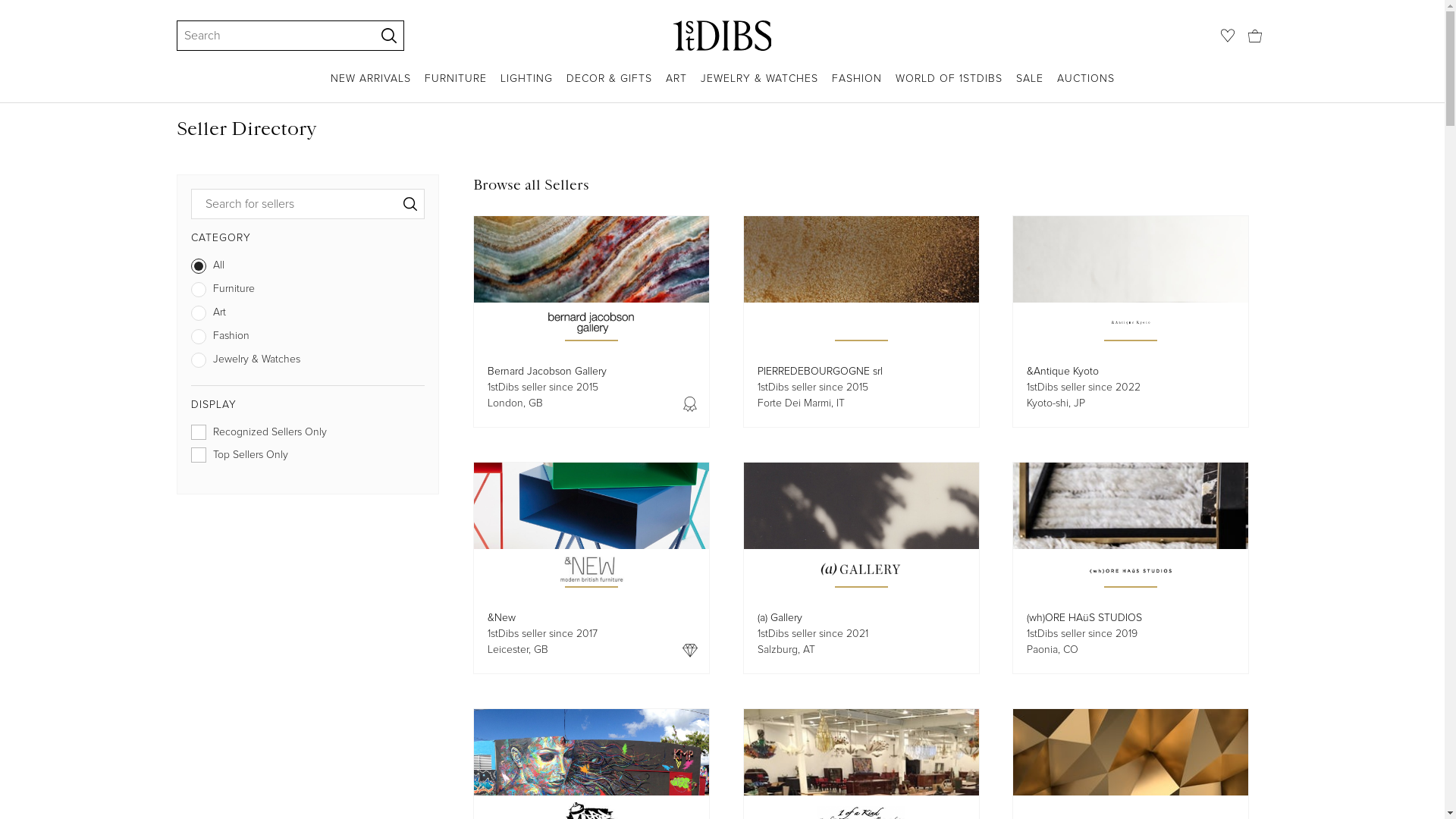 The width and height of the screenshot is (1456, 819). Describe the element at coordinates (757, 617) in the screenshot. I see `'(a) Gallery'` at that location.